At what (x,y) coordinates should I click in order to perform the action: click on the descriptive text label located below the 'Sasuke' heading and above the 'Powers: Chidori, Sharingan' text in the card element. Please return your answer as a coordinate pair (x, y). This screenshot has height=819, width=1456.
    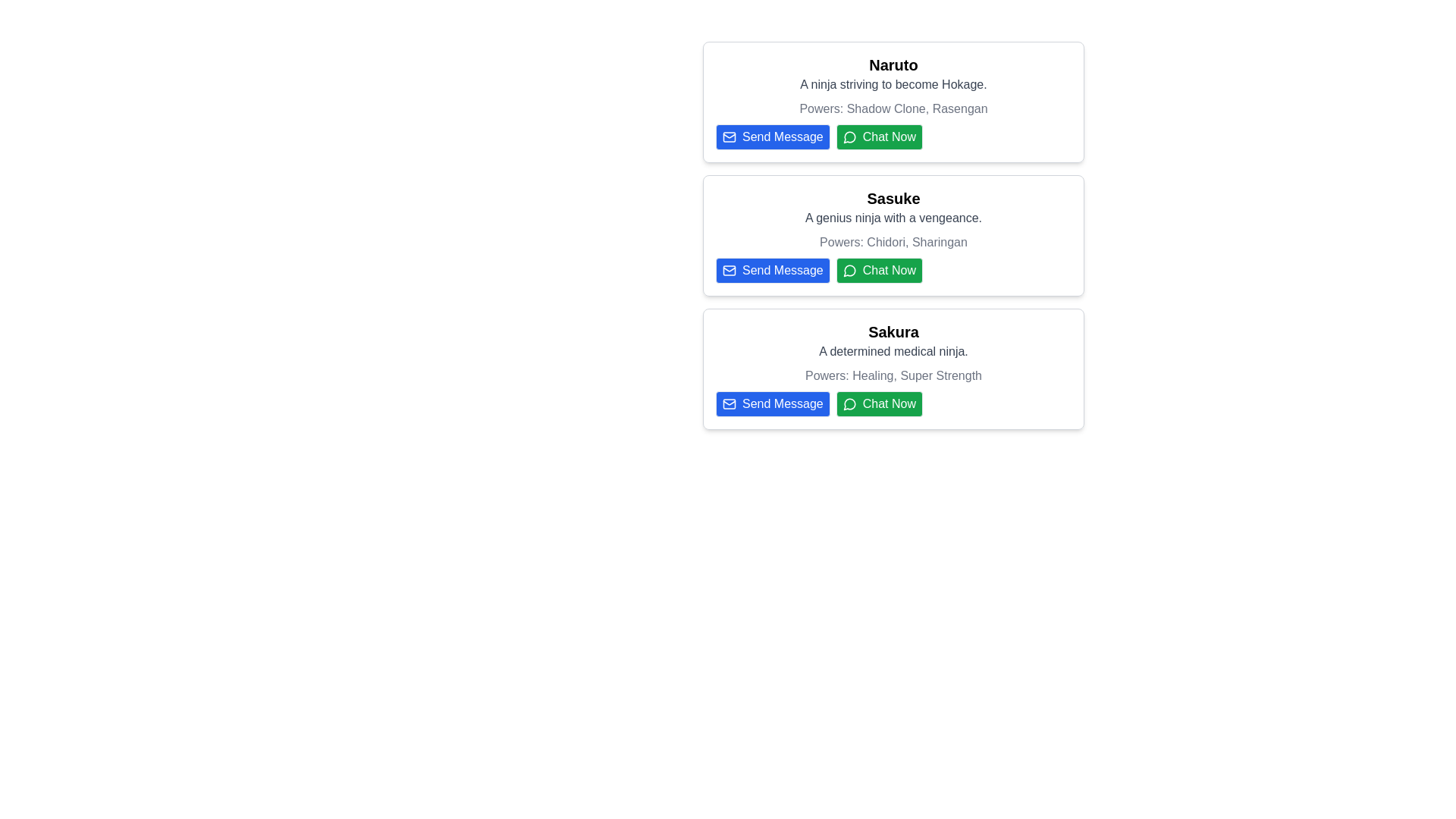
    Looking at the image, I should click on (893, 218).